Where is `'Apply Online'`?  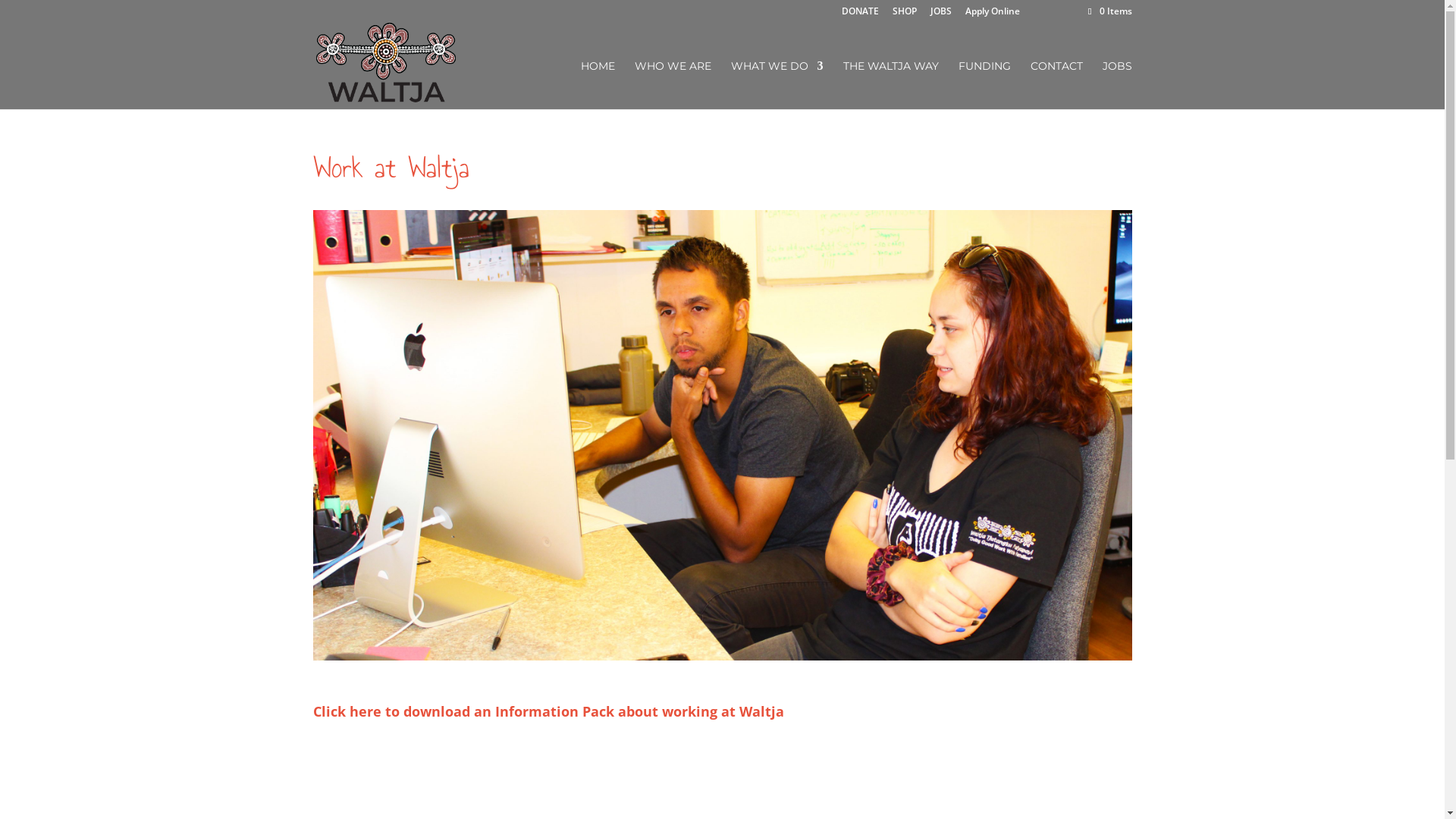
'Apply Online' is located at coordinates (993, 14).